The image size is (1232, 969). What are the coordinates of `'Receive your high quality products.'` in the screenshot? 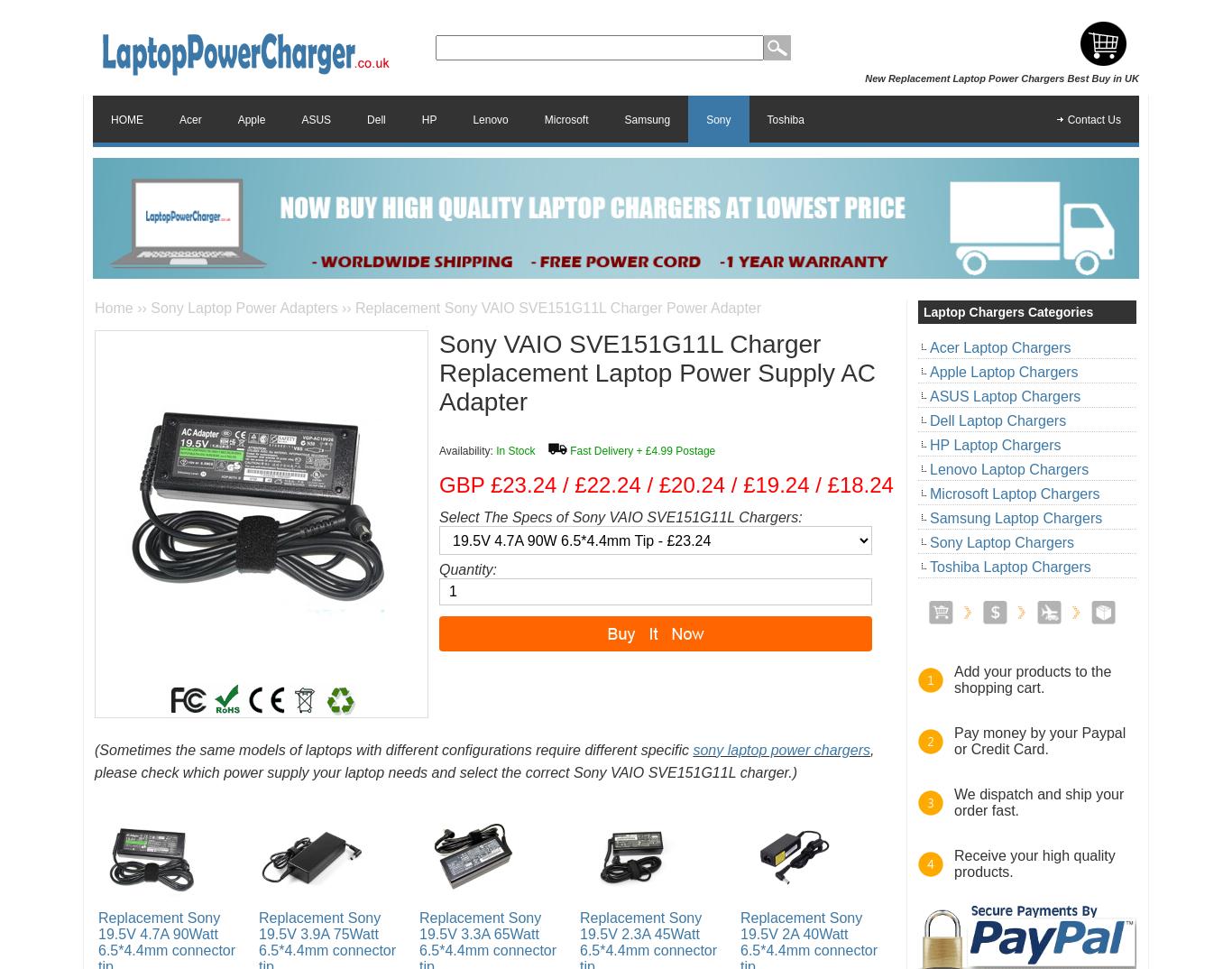 It's located at (1034, 863).